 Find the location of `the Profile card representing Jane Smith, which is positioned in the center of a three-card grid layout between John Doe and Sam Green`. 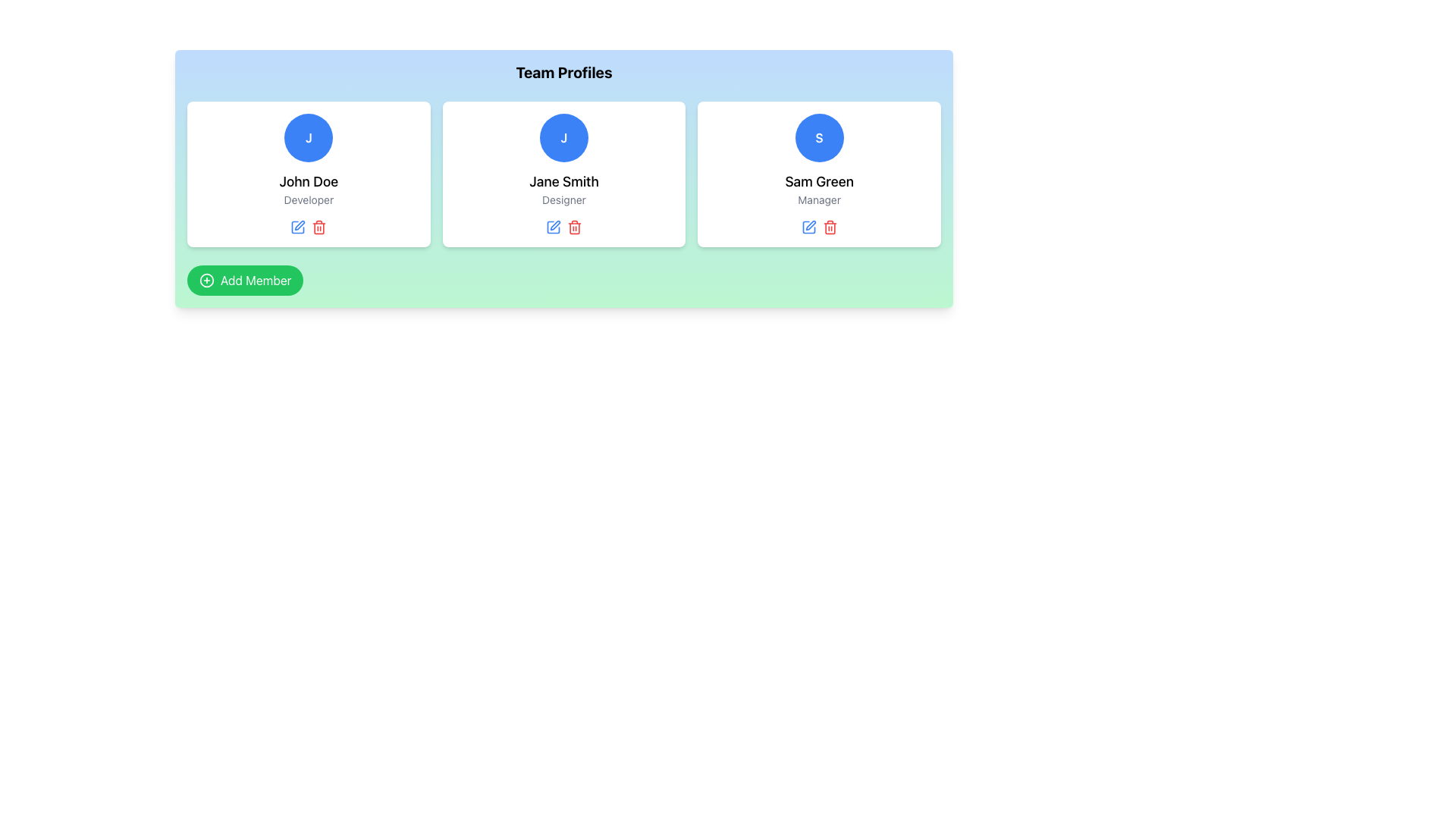

the Profile card representing Jane Smith, which is positioned in the center of a three-card grid layout between John Doe and Sam Green is located at coordinates (563, 174).